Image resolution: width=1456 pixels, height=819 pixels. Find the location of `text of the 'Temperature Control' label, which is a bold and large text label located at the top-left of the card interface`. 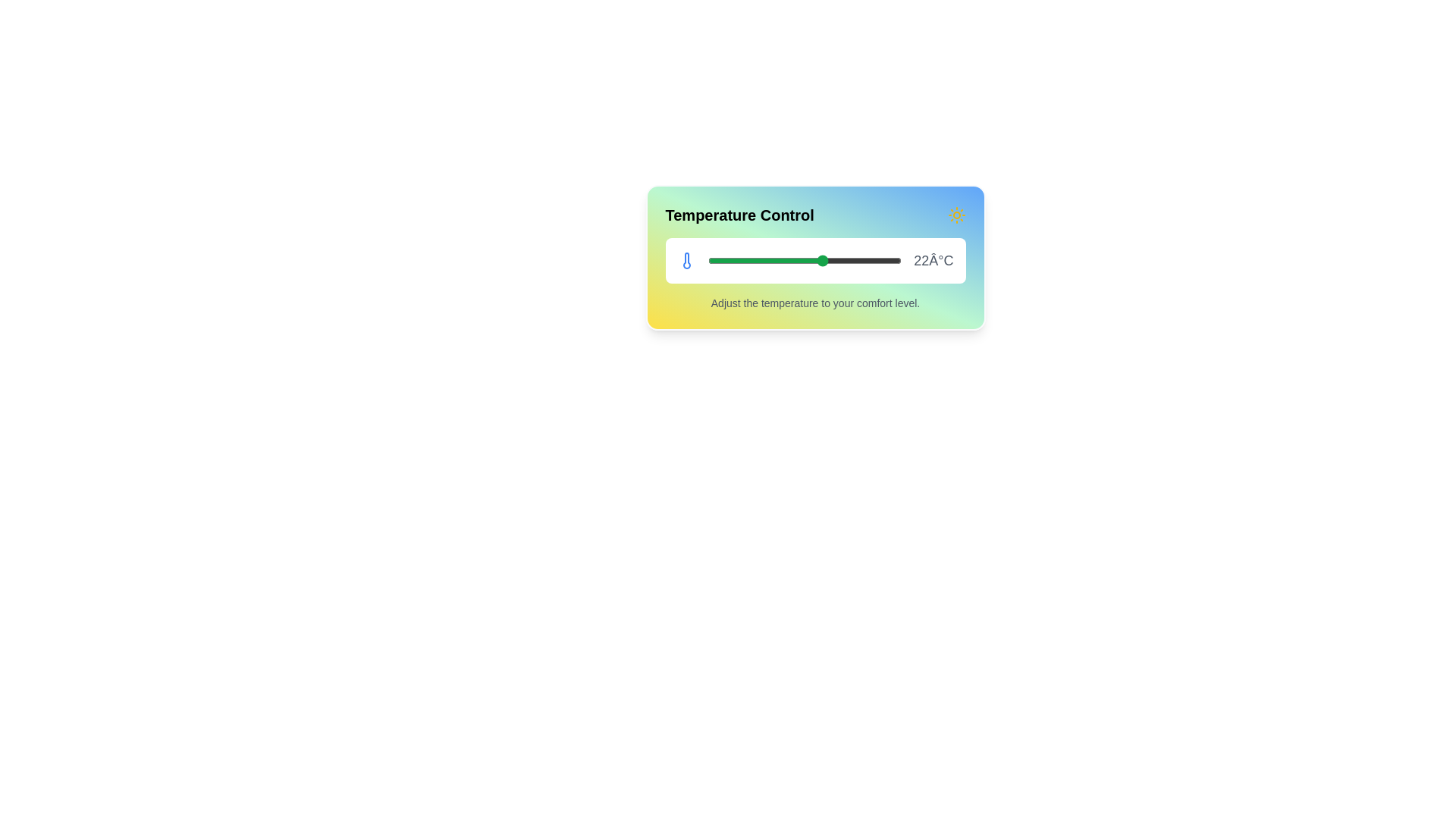

text of the 'Temperature Control' label, which is a bold and large text label located at the top-left of the card interface is located at coordinates (739, 215).